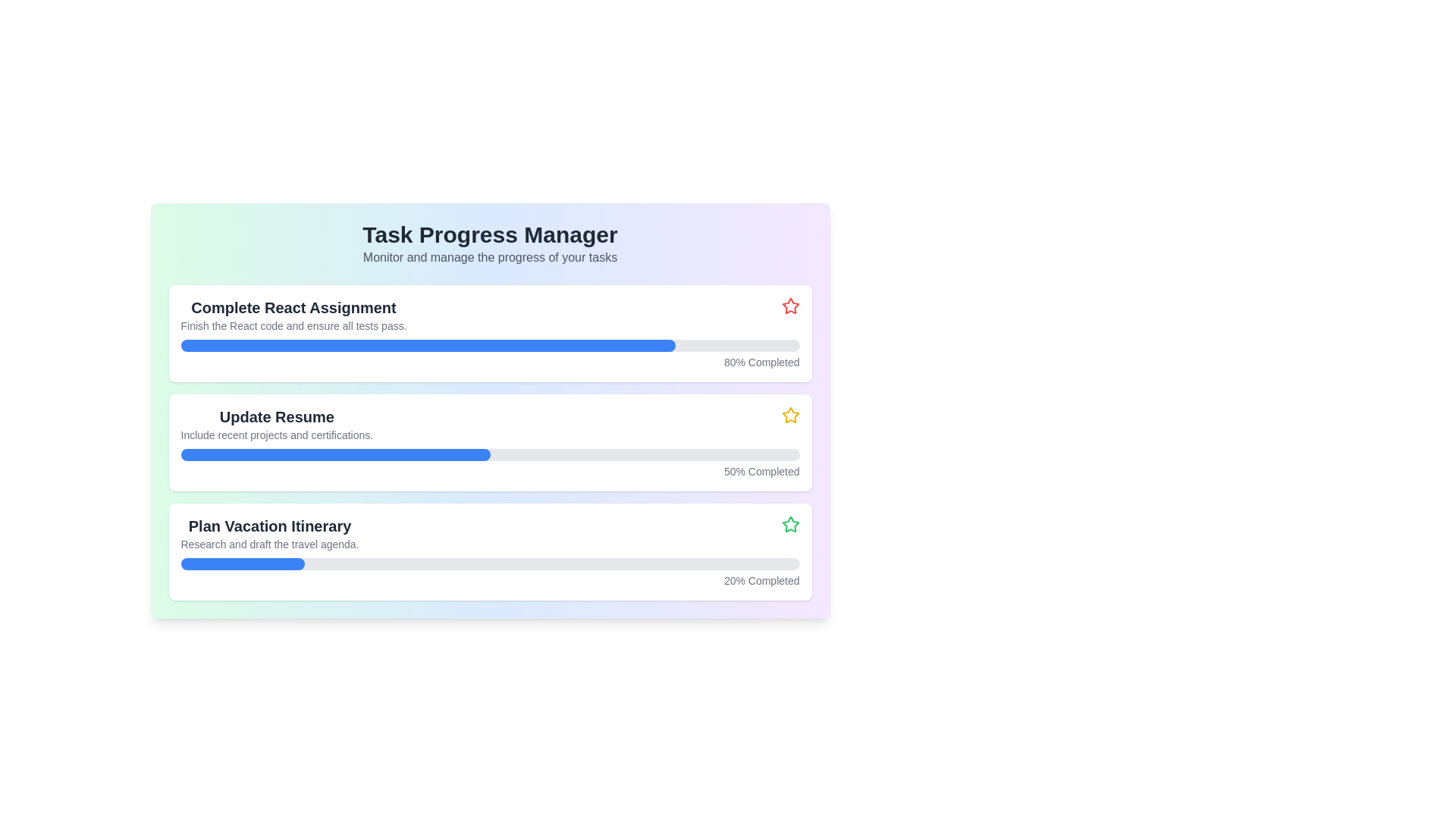 This screenshot has width=1456, height=819. Describe the element at coordinates (277, 435) in the screenshot. I see `text snippet 'Include recent projects and certifications.' which is styled in a small, light gray font and located below the header 'Update Resume' in the second position of the task card` at that location.